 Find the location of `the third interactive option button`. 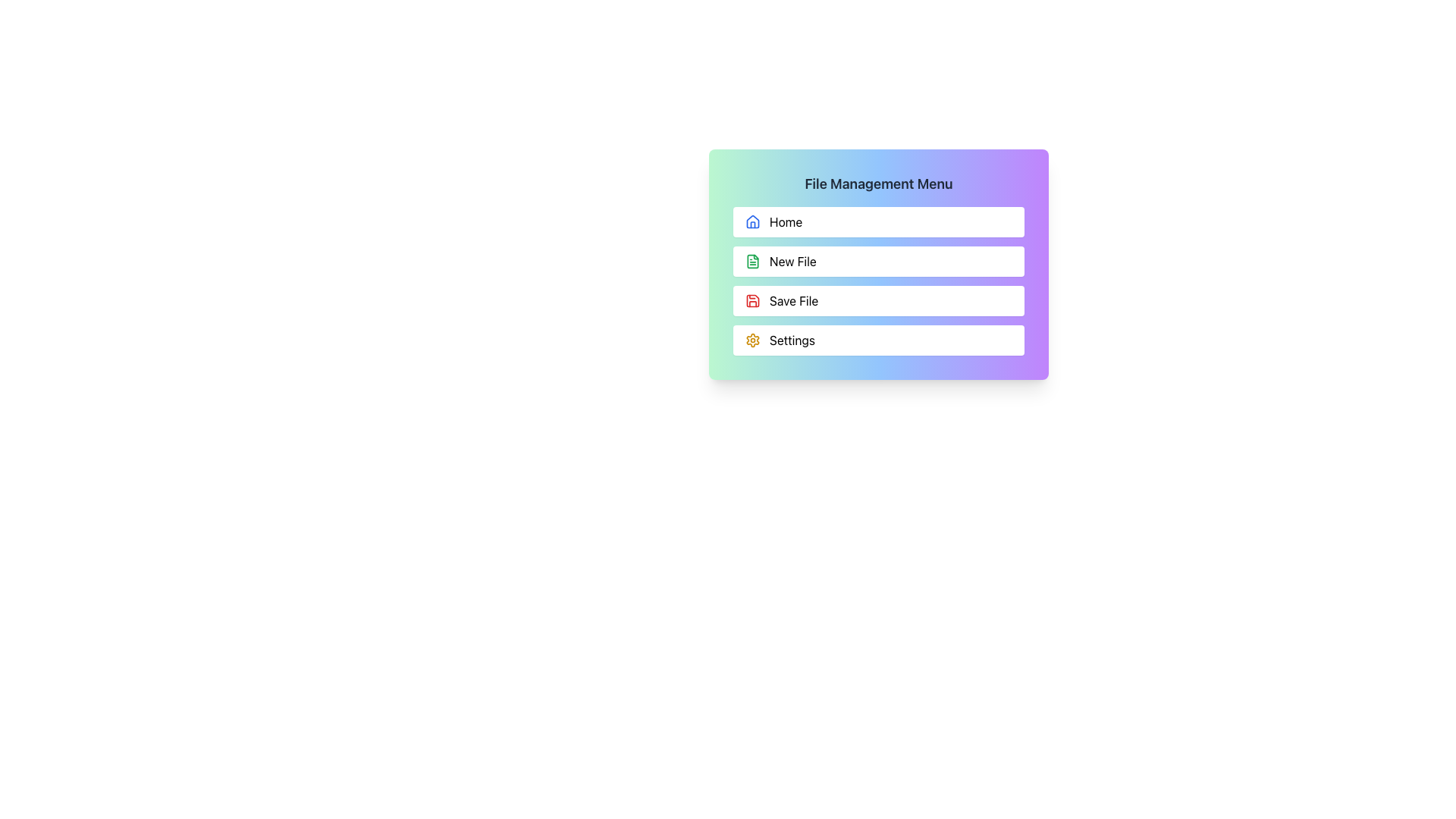

the third interactive option button is located at coordinates (878, 281).